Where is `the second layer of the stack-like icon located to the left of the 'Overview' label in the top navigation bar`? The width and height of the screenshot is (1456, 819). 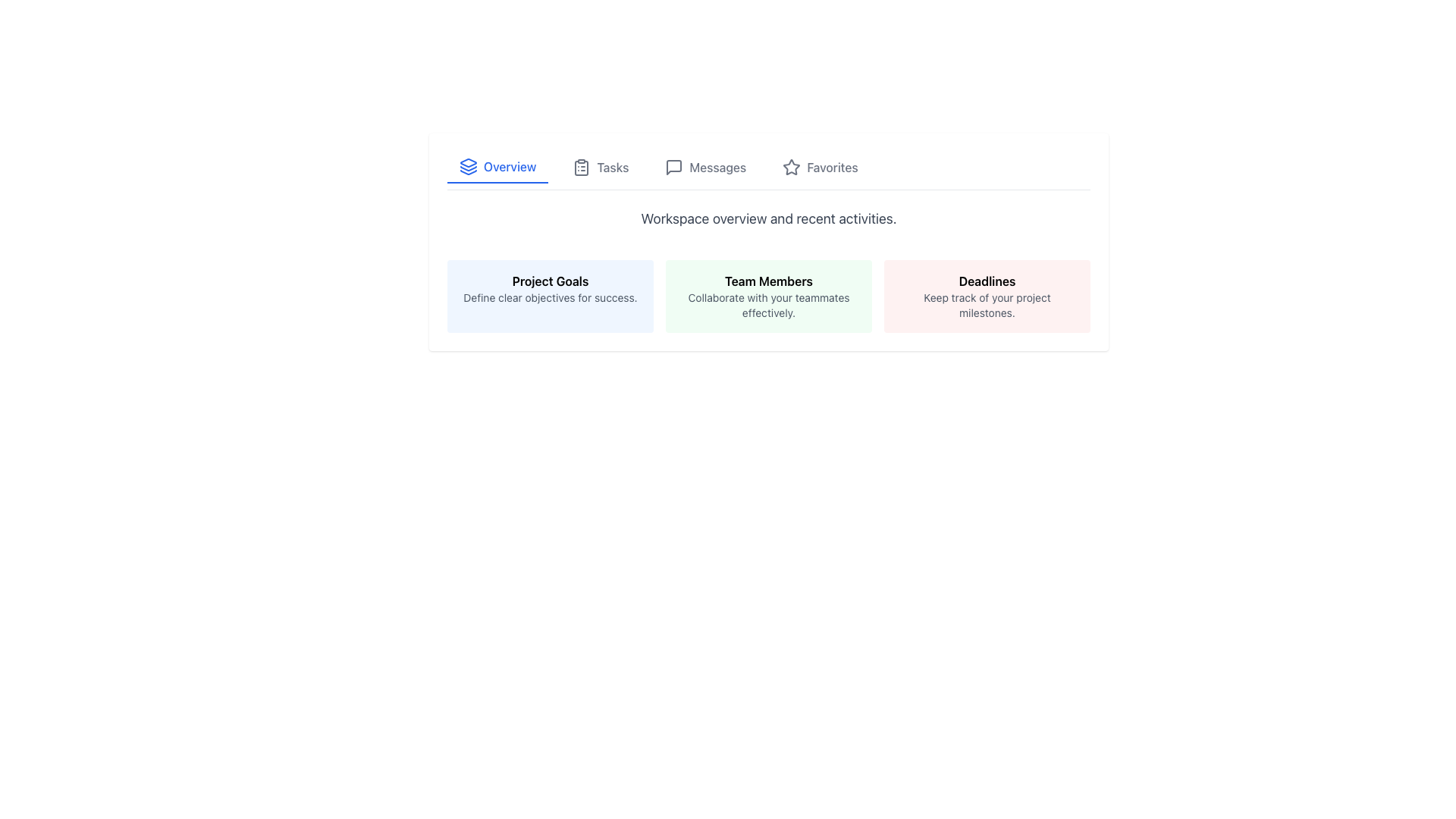 the second layer of the stack-like icon located to the left of the 'Overview' label in the top navigation bar is located at coordinates (468, 168).